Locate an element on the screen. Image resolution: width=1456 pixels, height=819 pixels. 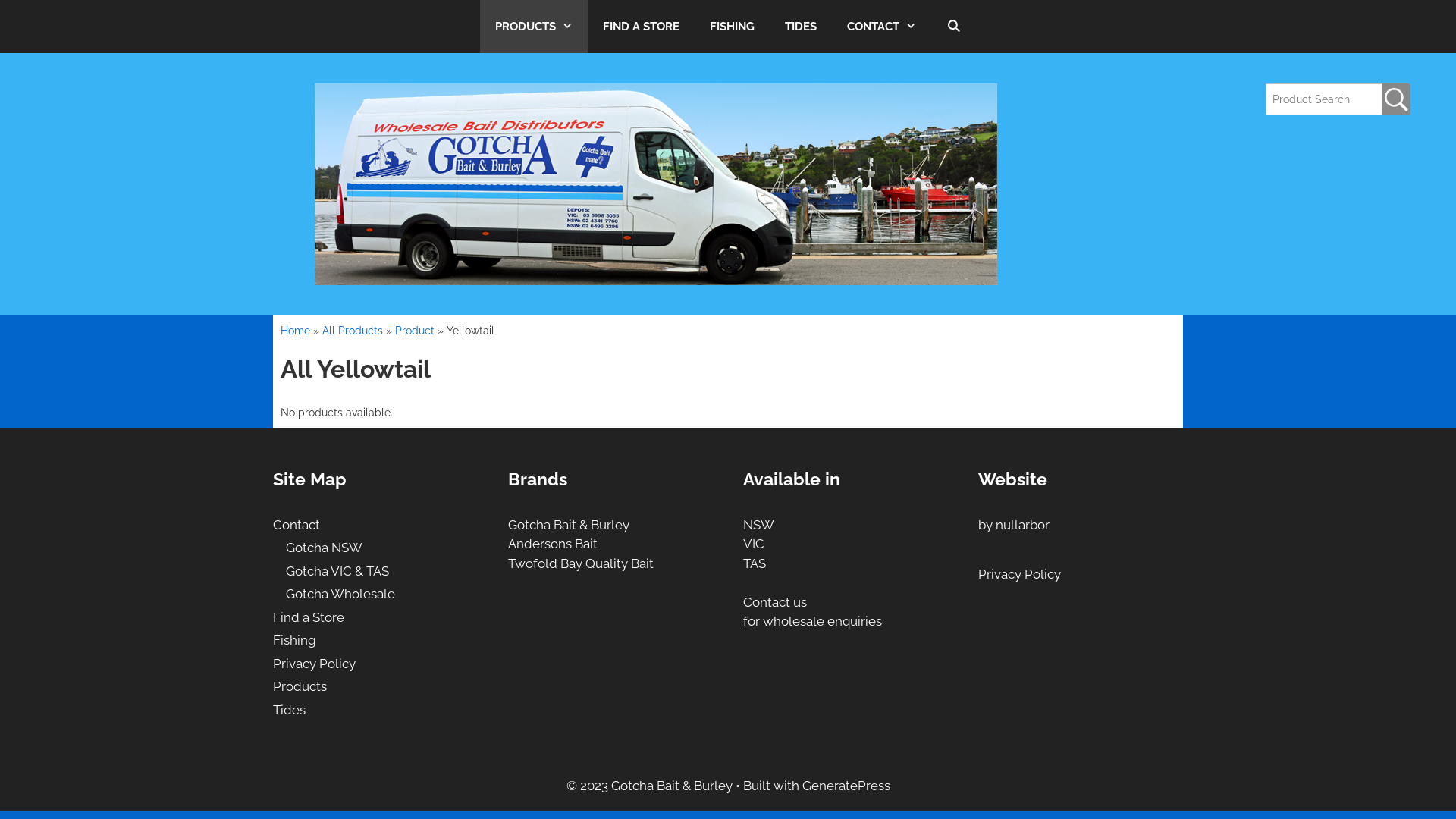
'TAS' is located at coordinates (754, 563).